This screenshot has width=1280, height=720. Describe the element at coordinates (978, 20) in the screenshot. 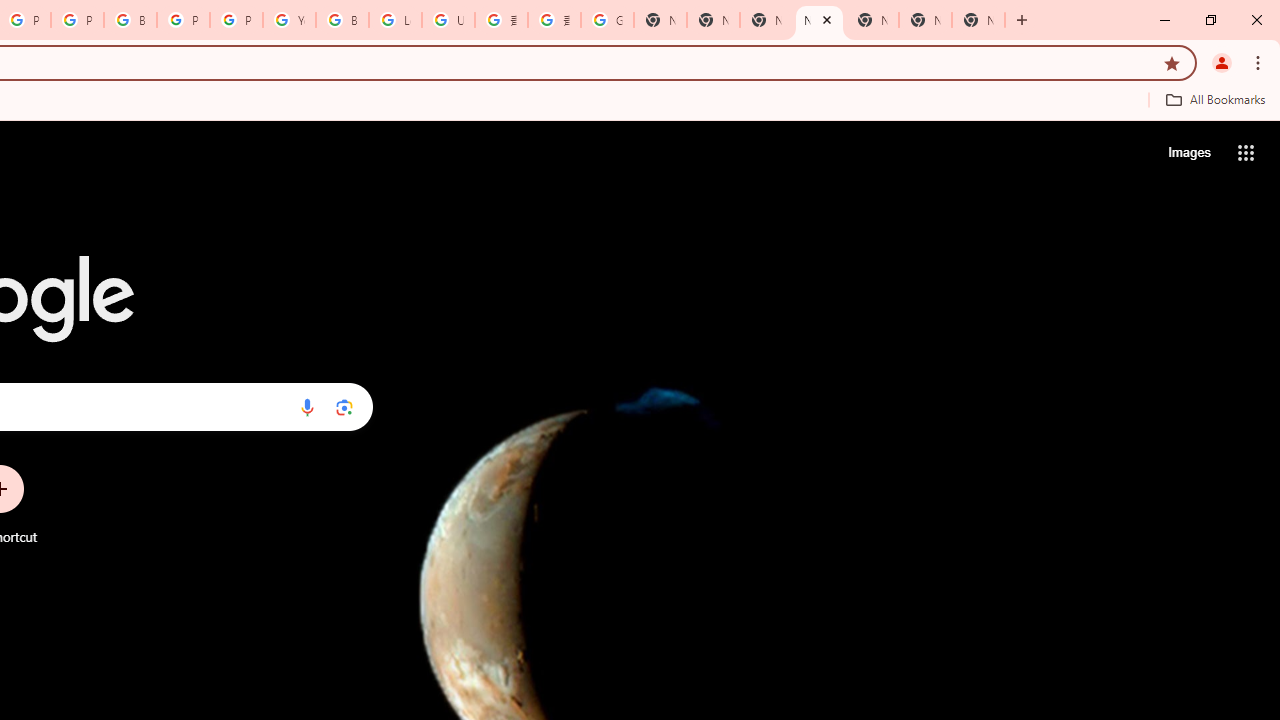

I see `'New Tab'` at that location.